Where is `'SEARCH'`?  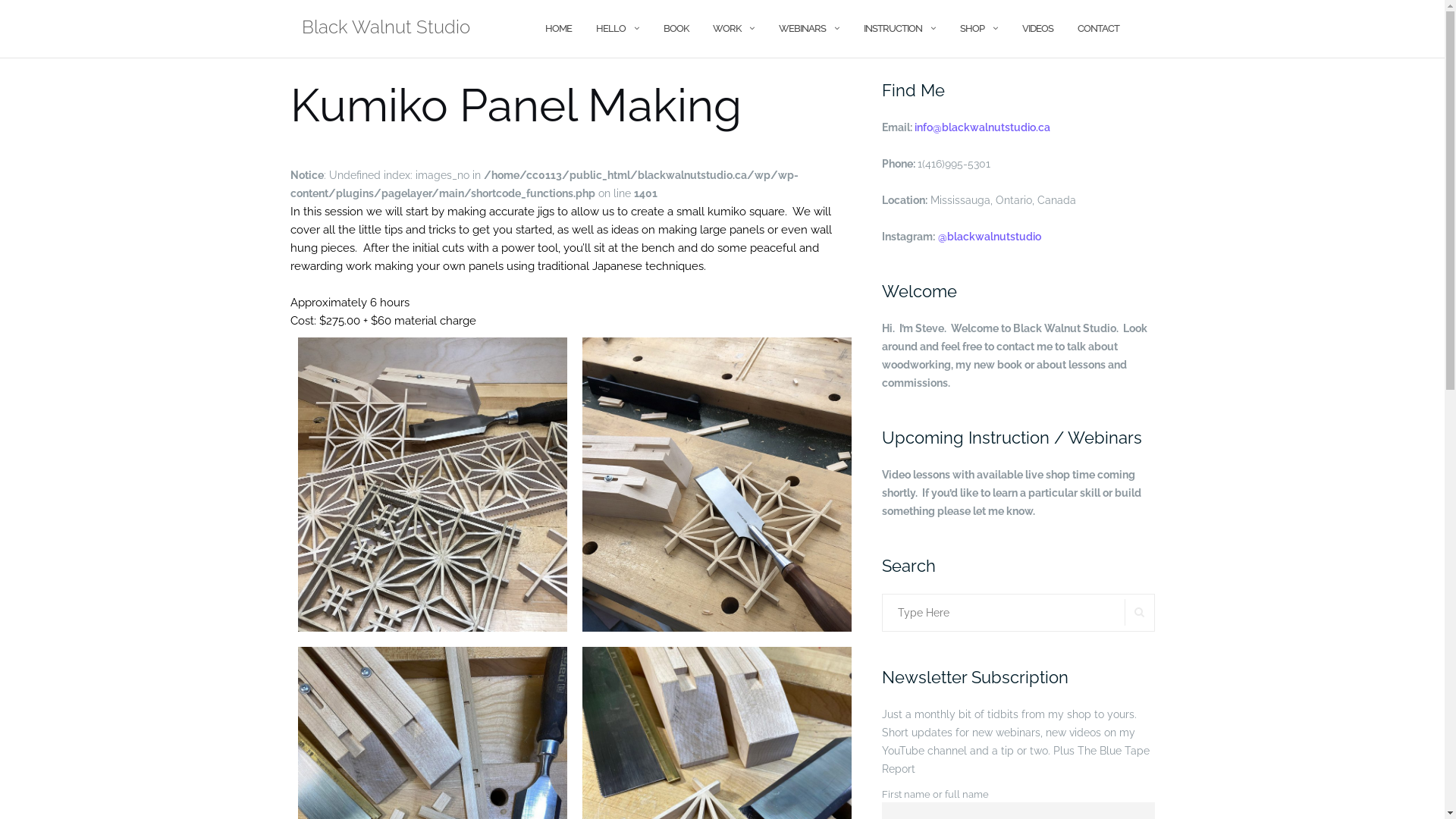
'SEARCH' is located at coordinates (1139, 611).